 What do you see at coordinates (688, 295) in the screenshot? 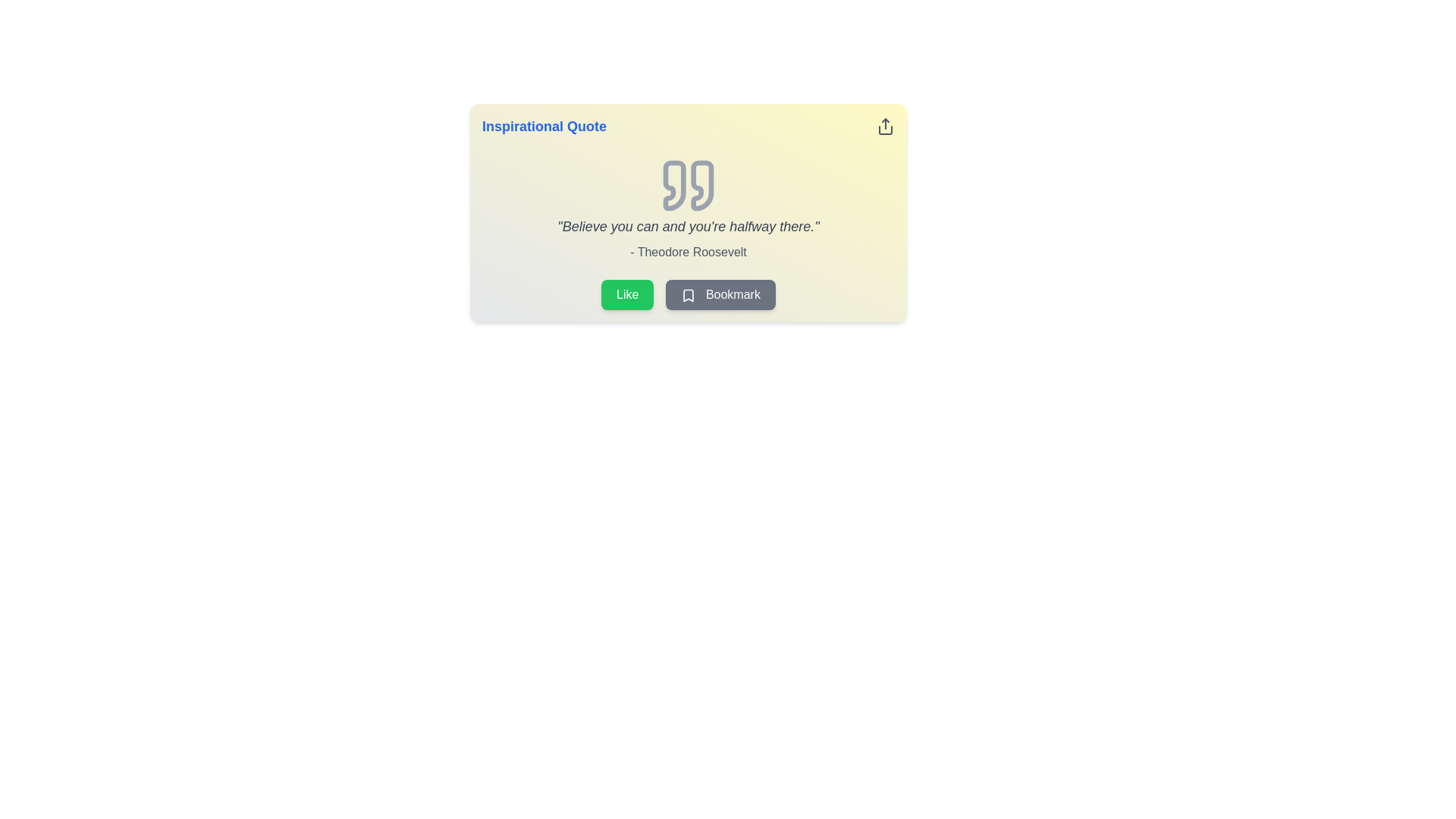
I see `the bookmark icon located within the 'Bookmark' button below the quote` at bounding box center [688, 295].